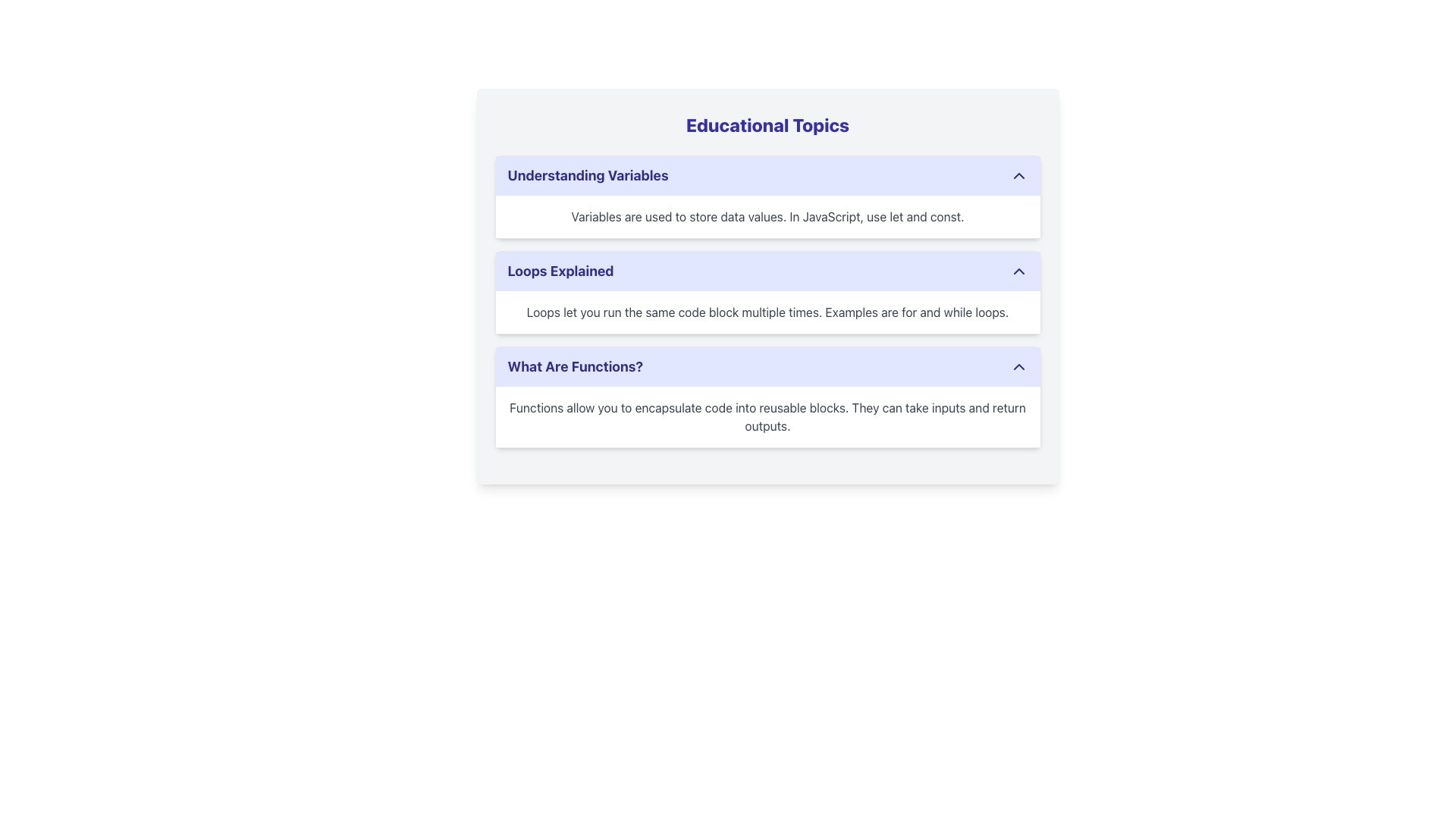  Describe the element at coordinates (767, 417) in the screenshot. I see `informational text block about 'Functions' in programming, which is centrally positioned below the section title 'What Are Functions?'` at that location.